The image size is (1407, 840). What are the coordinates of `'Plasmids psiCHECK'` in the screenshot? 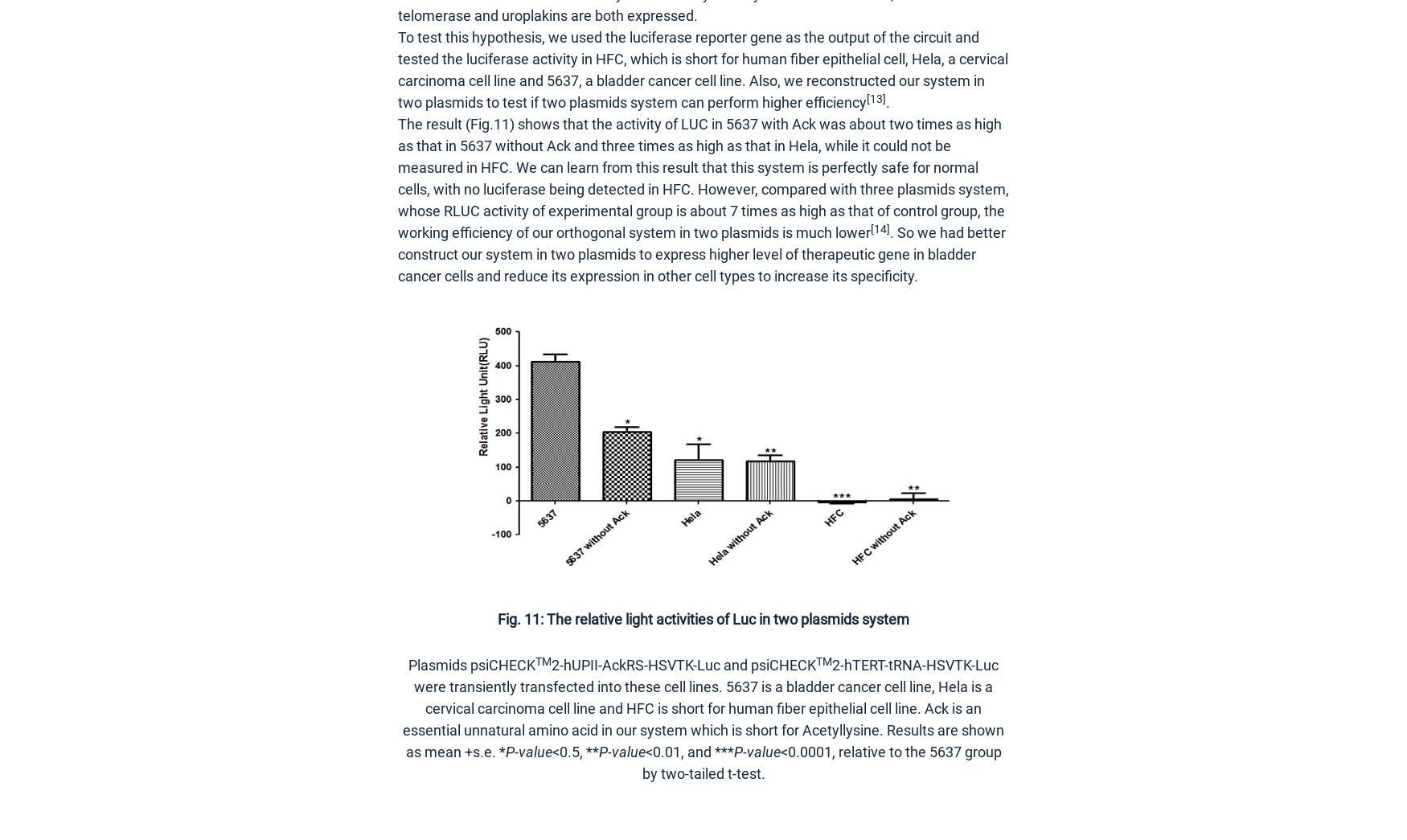 It's located at (471, 664).